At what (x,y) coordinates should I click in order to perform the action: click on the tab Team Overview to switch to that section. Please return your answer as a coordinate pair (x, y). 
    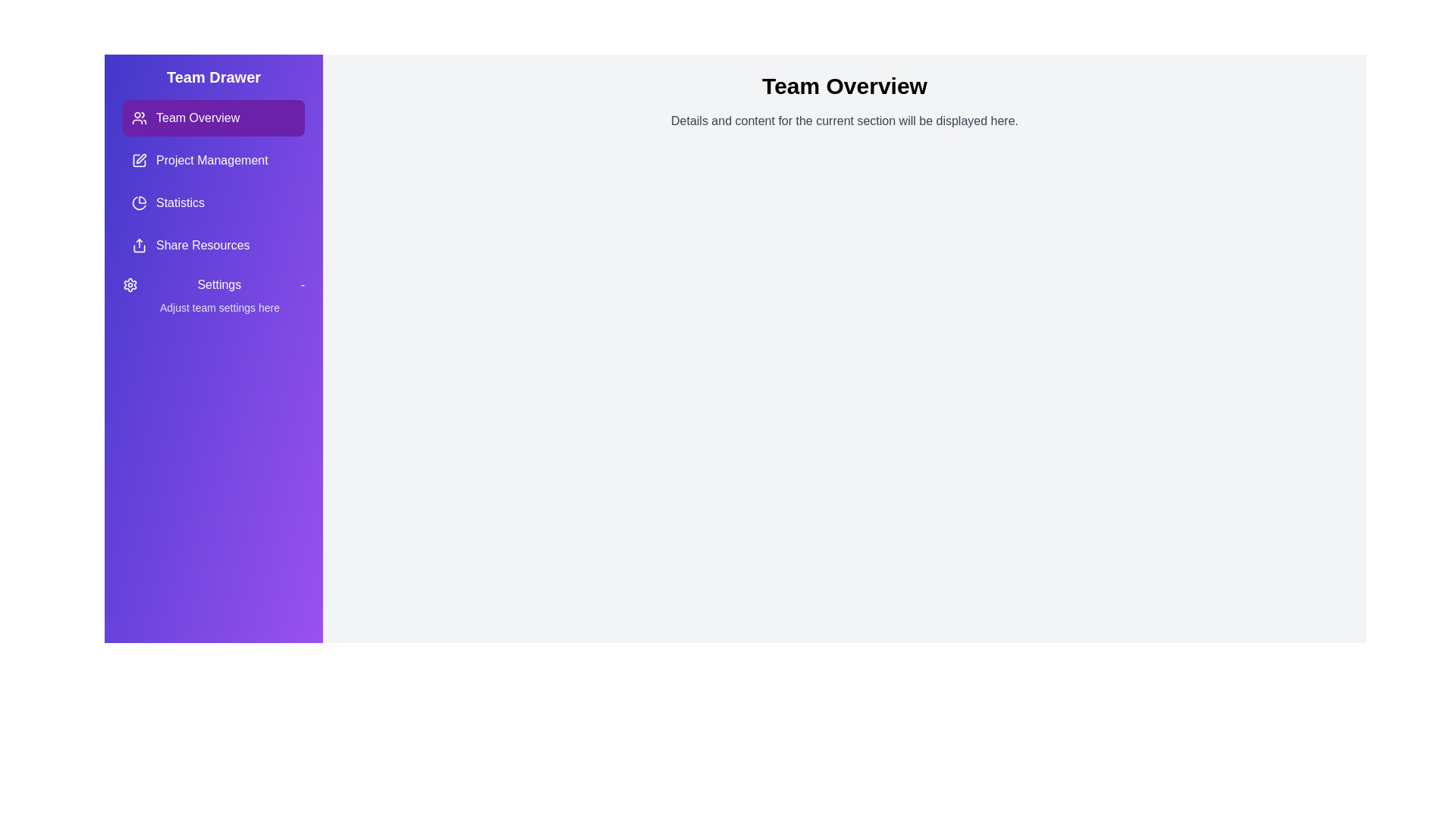
    Looking at the image, I should click on (213, 117).